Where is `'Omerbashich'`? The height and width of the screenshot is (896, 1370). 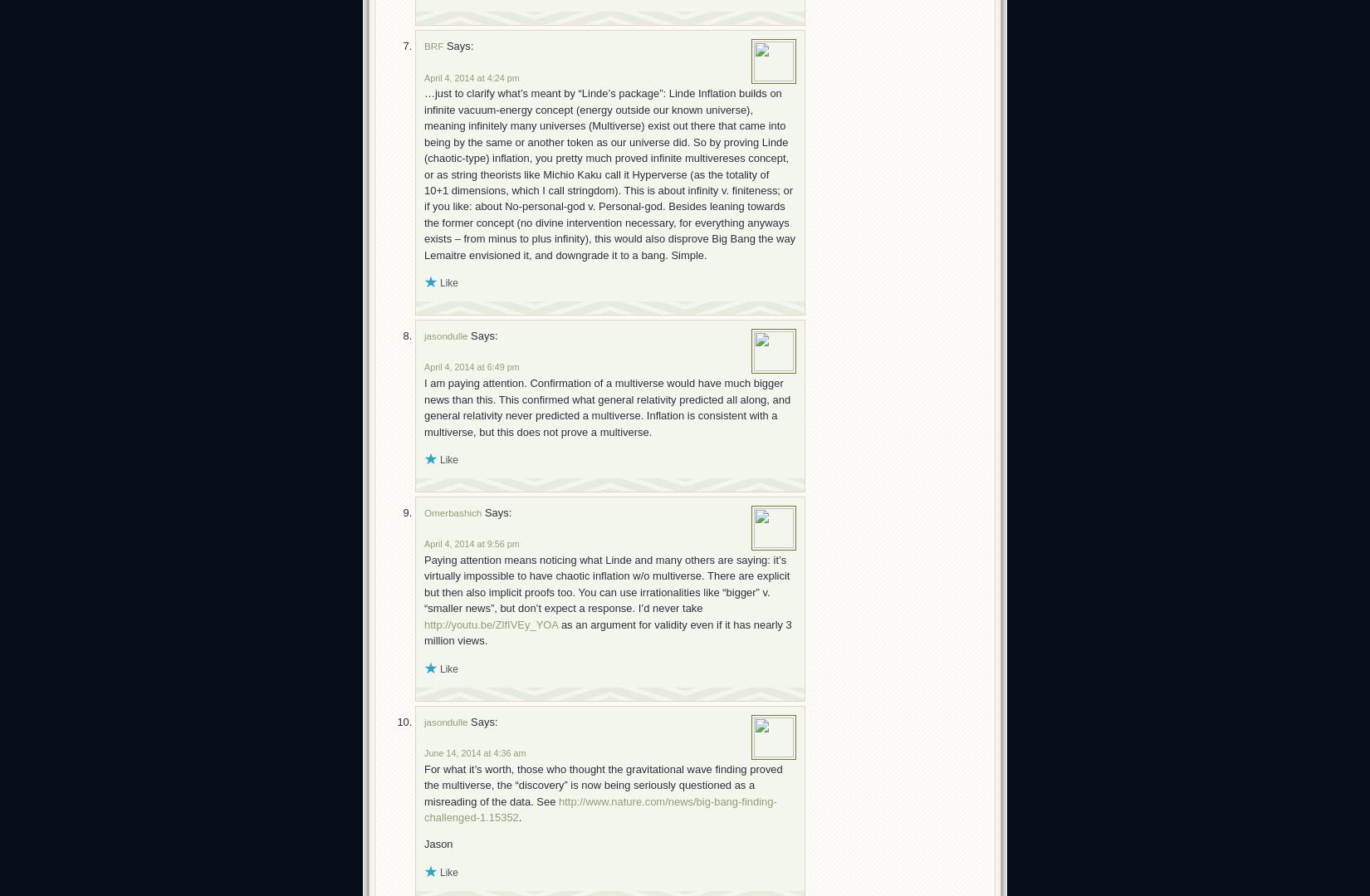
'Omerbashich' is located at coordinates (452, 512).